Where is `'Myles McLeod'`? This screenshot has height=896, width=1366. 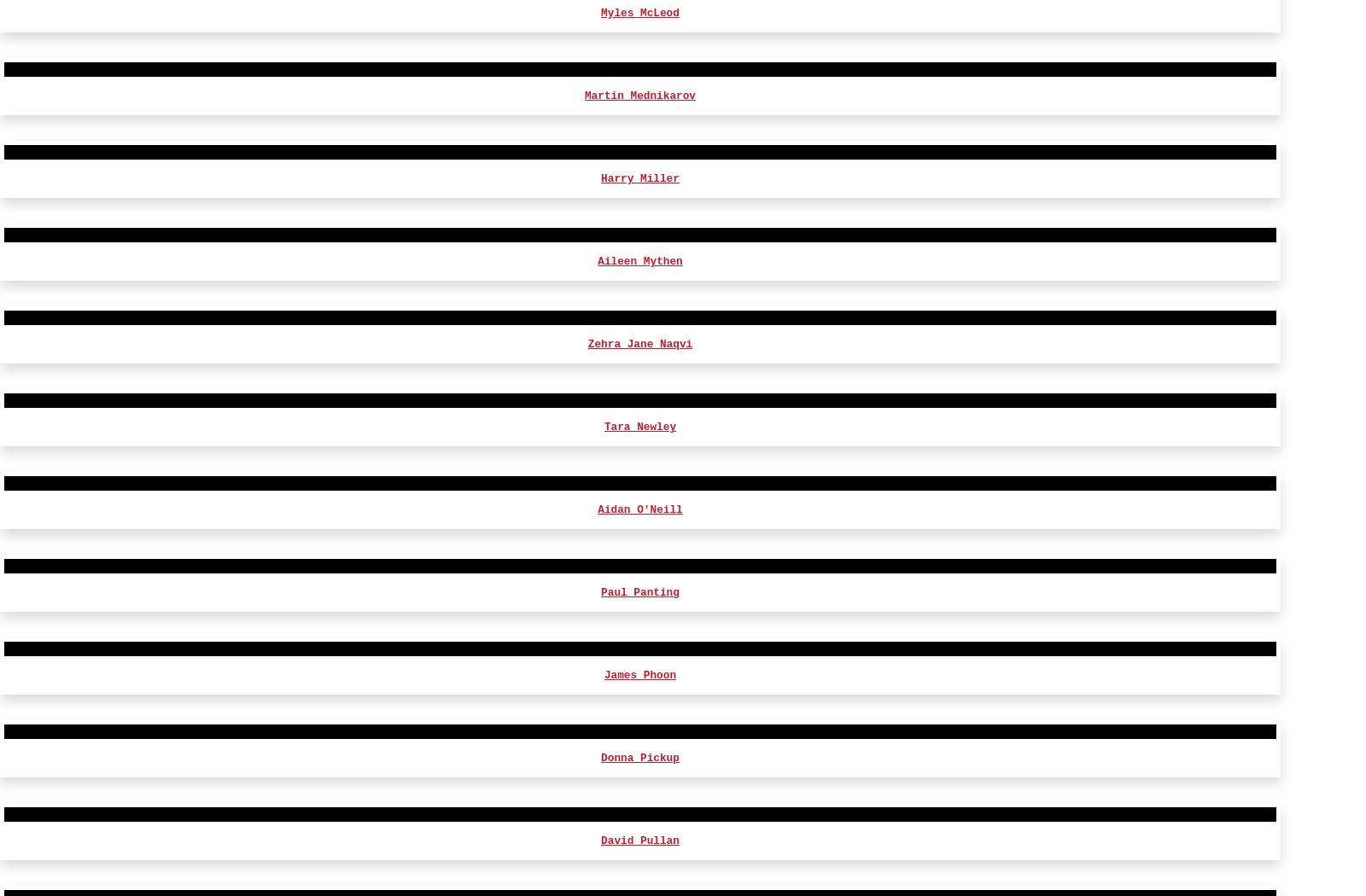 'Myles McLeod' is located at coordinates (601, 875).